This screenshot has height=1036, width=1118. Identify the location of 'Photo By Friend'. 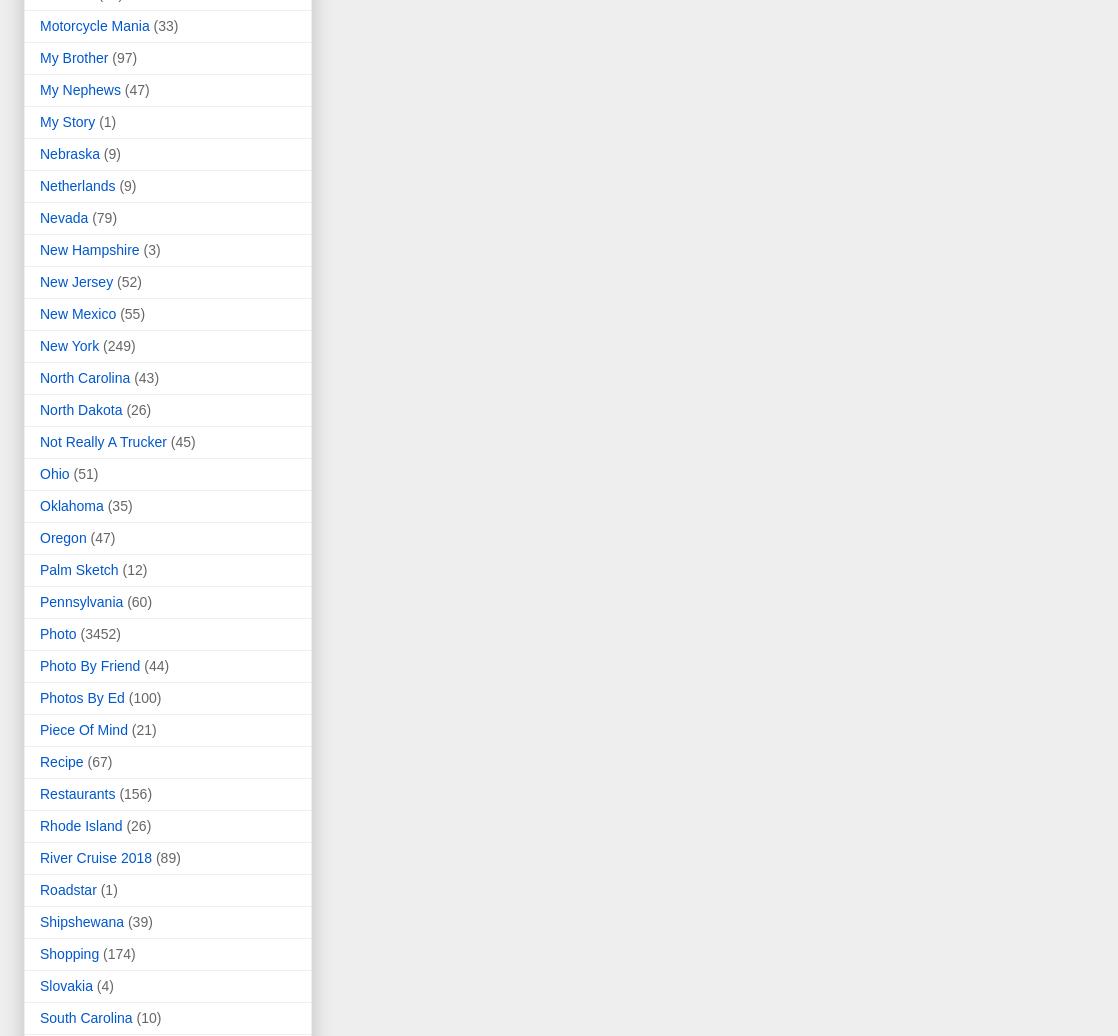
(89, 666).